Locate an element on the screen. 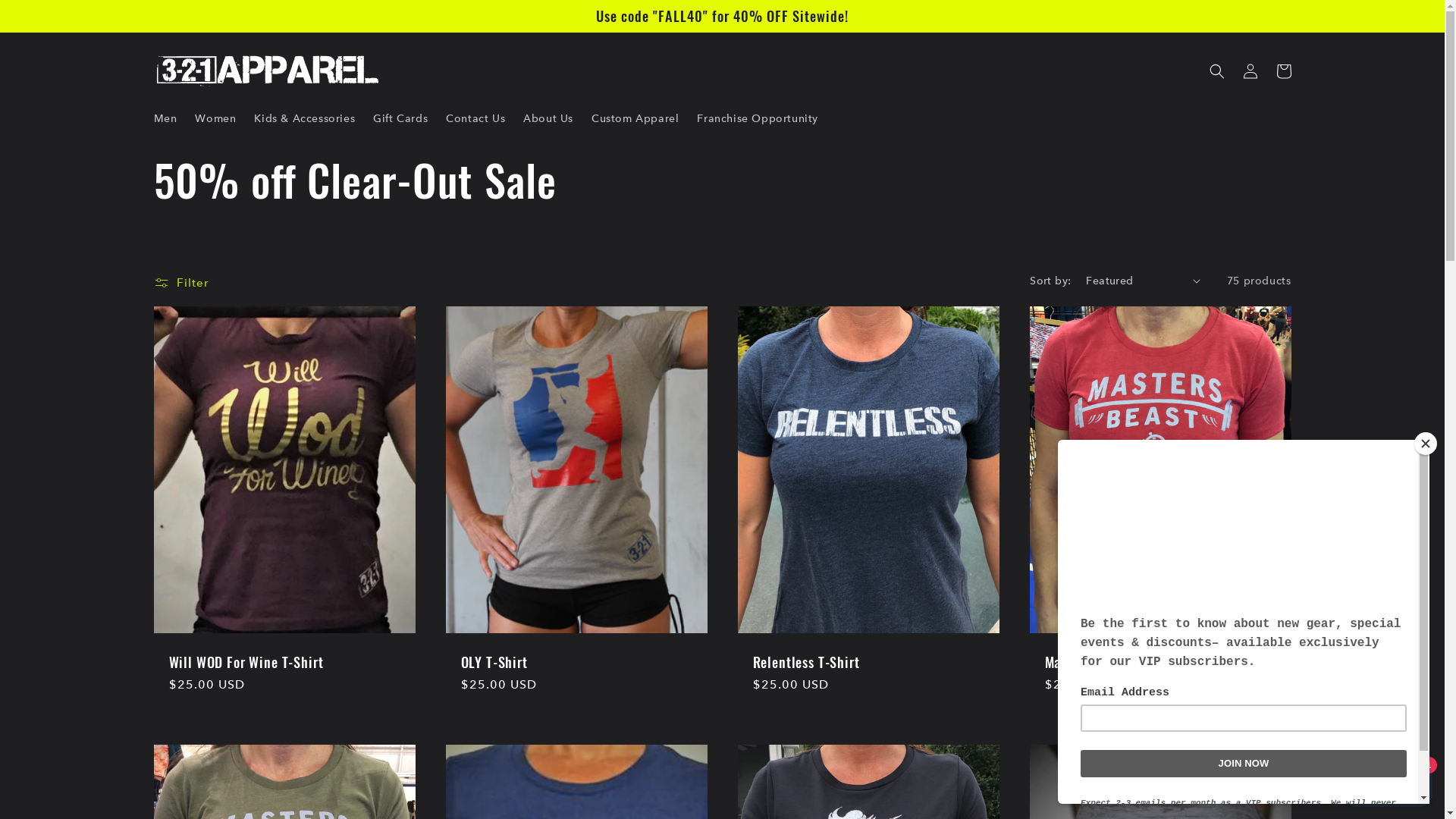  'Masters Beast T-Shirt' is located at coordinates (1159, 661).